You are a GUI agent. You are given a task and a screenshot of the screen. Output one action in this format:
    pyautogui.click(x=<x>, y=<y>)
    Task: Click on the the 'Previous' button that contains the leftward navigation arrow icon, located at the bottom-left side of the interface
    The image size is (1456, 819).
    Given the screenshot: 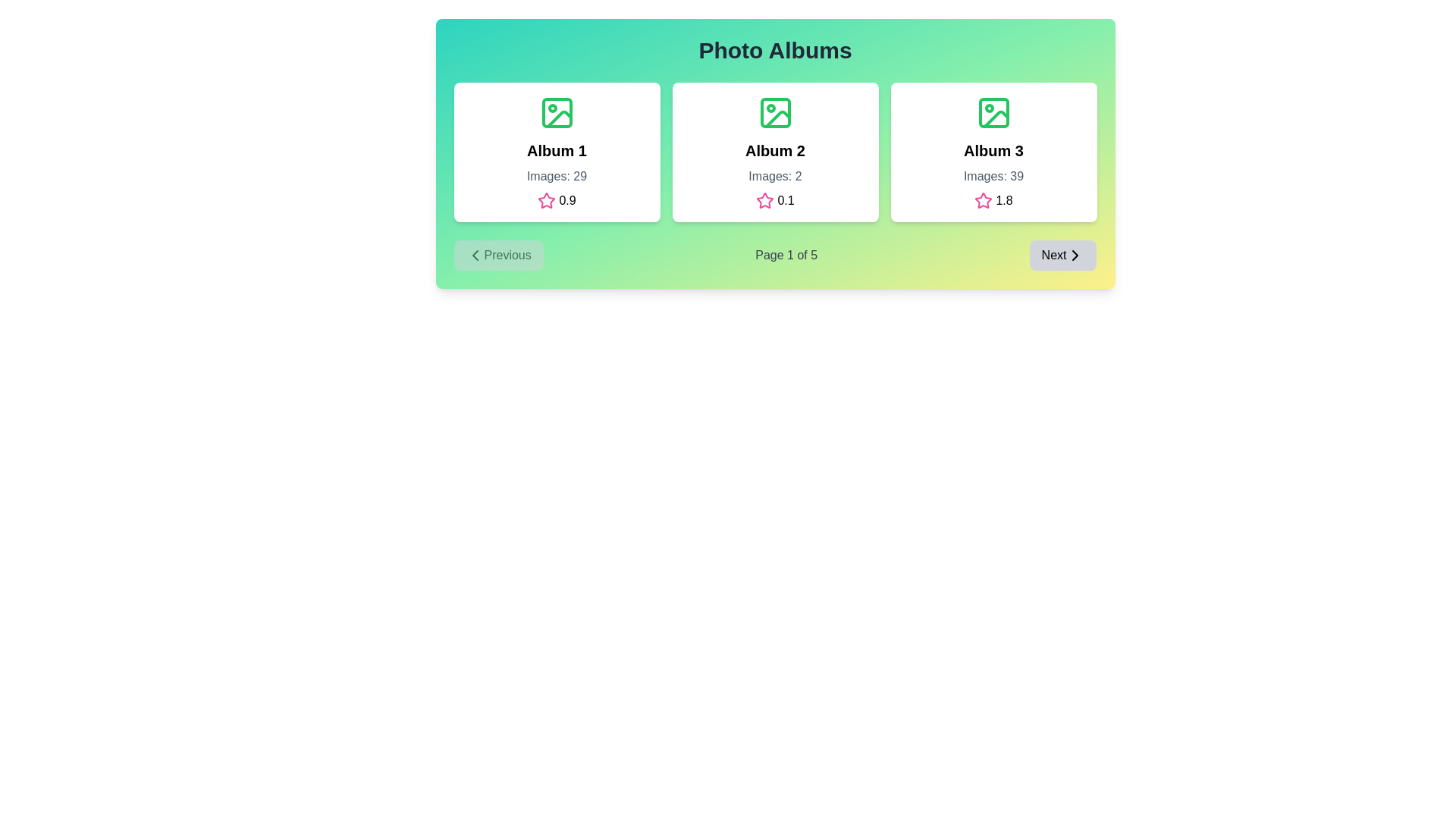 What is the action you would take?
    pyautogui.click(x=474, y=254)
    